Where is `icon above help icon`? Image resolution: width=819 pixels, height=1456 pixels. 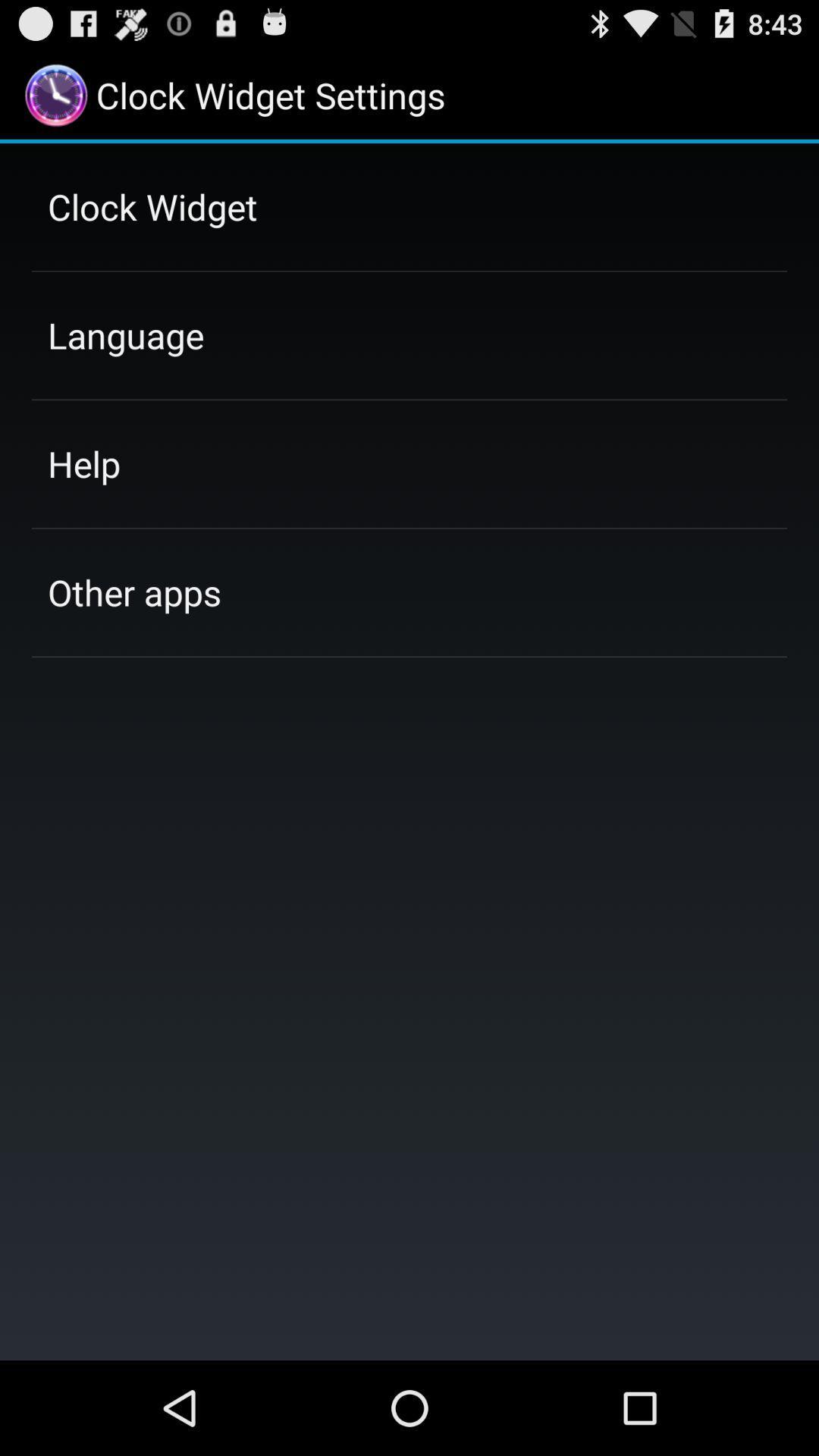
icon above help icon is located at coordinates (125, 334).